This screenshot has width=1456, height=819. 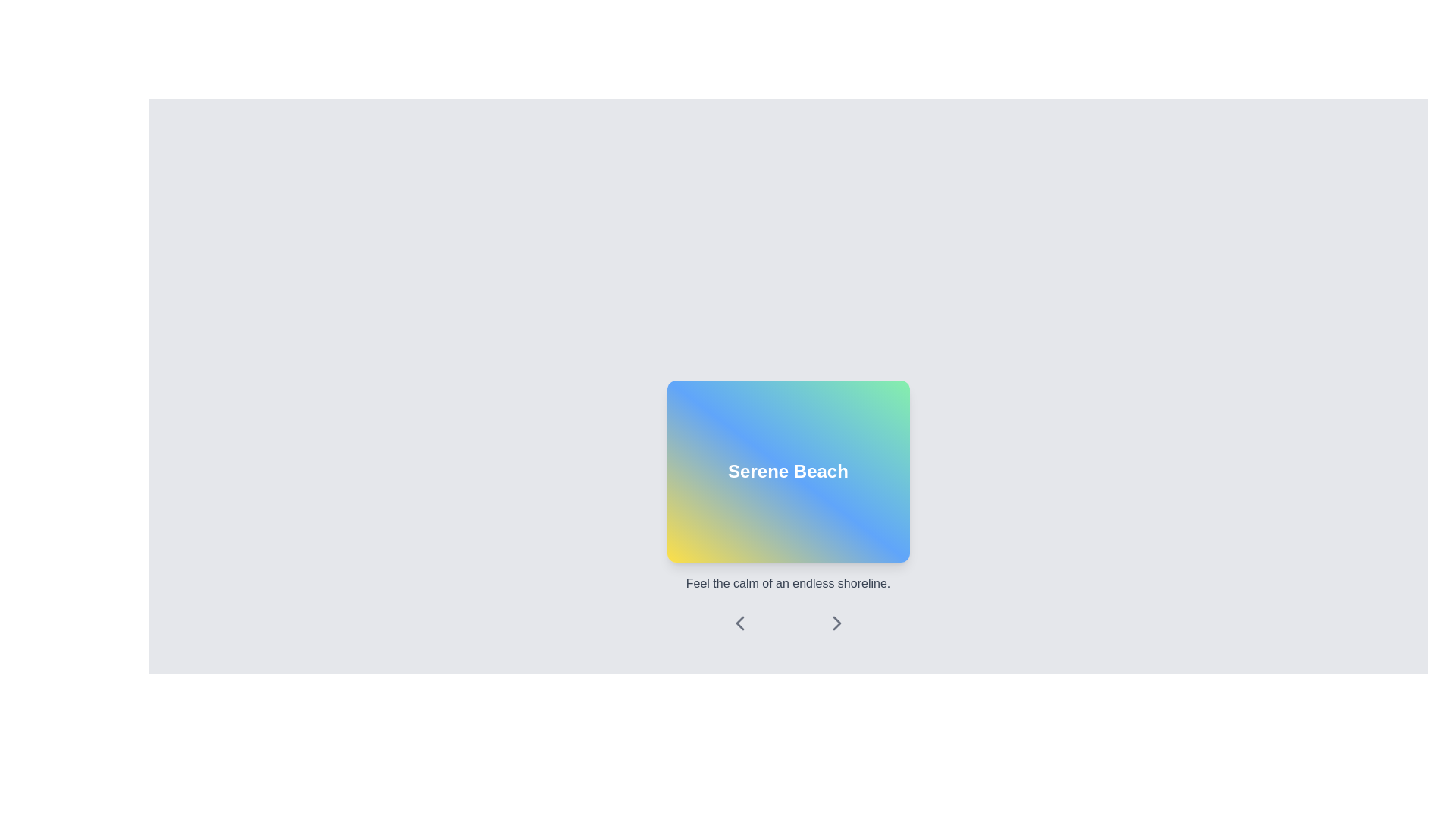 What do you see at coordinates (788, 583) in the screenshot?
I see `the static text element positioned below the 'Serene Beach' label and above the arrow icons` at bounding box center [788, 583].